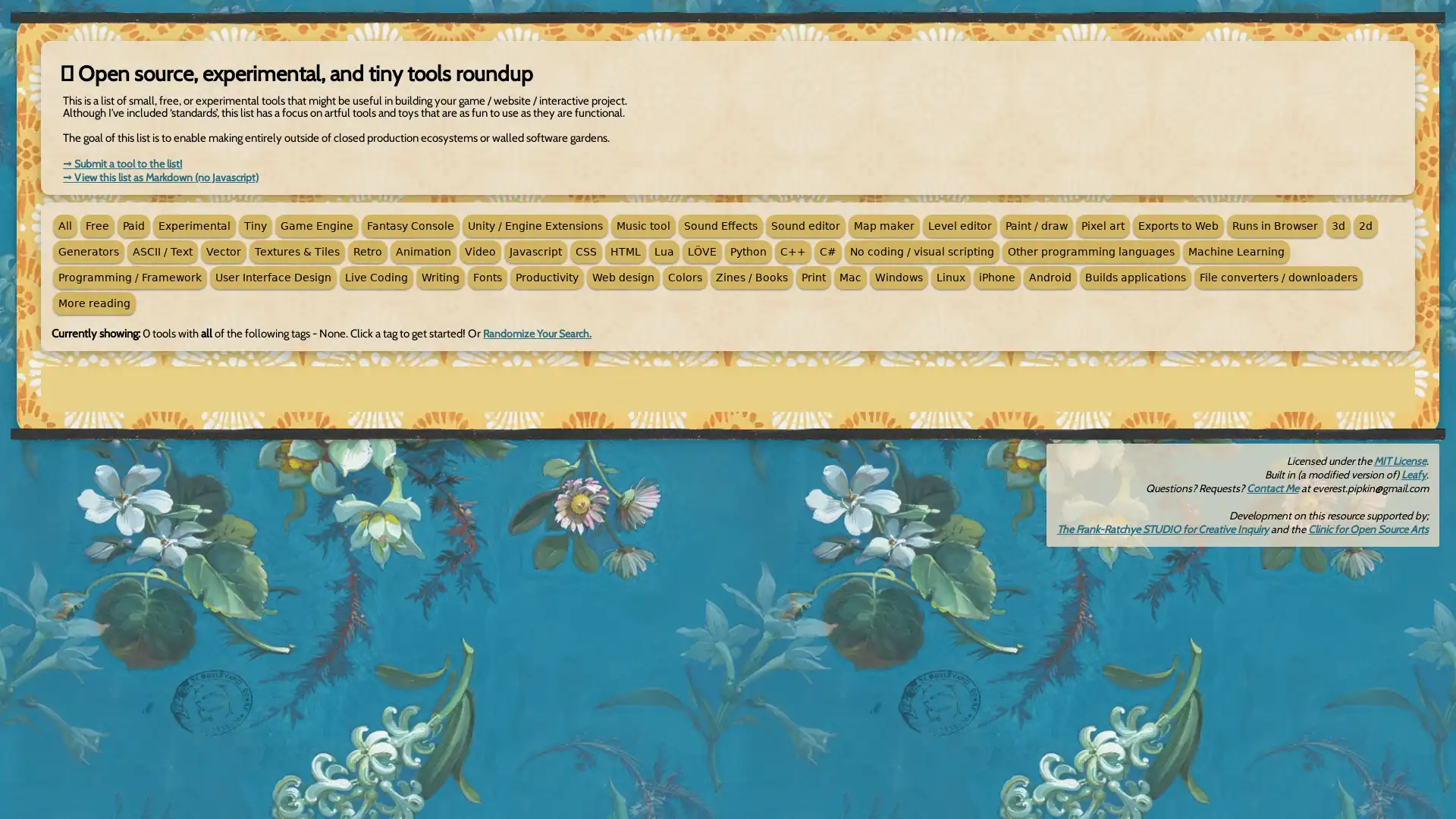 The image size is (1456, 819). I want to click on HTML, so click(626, 250).